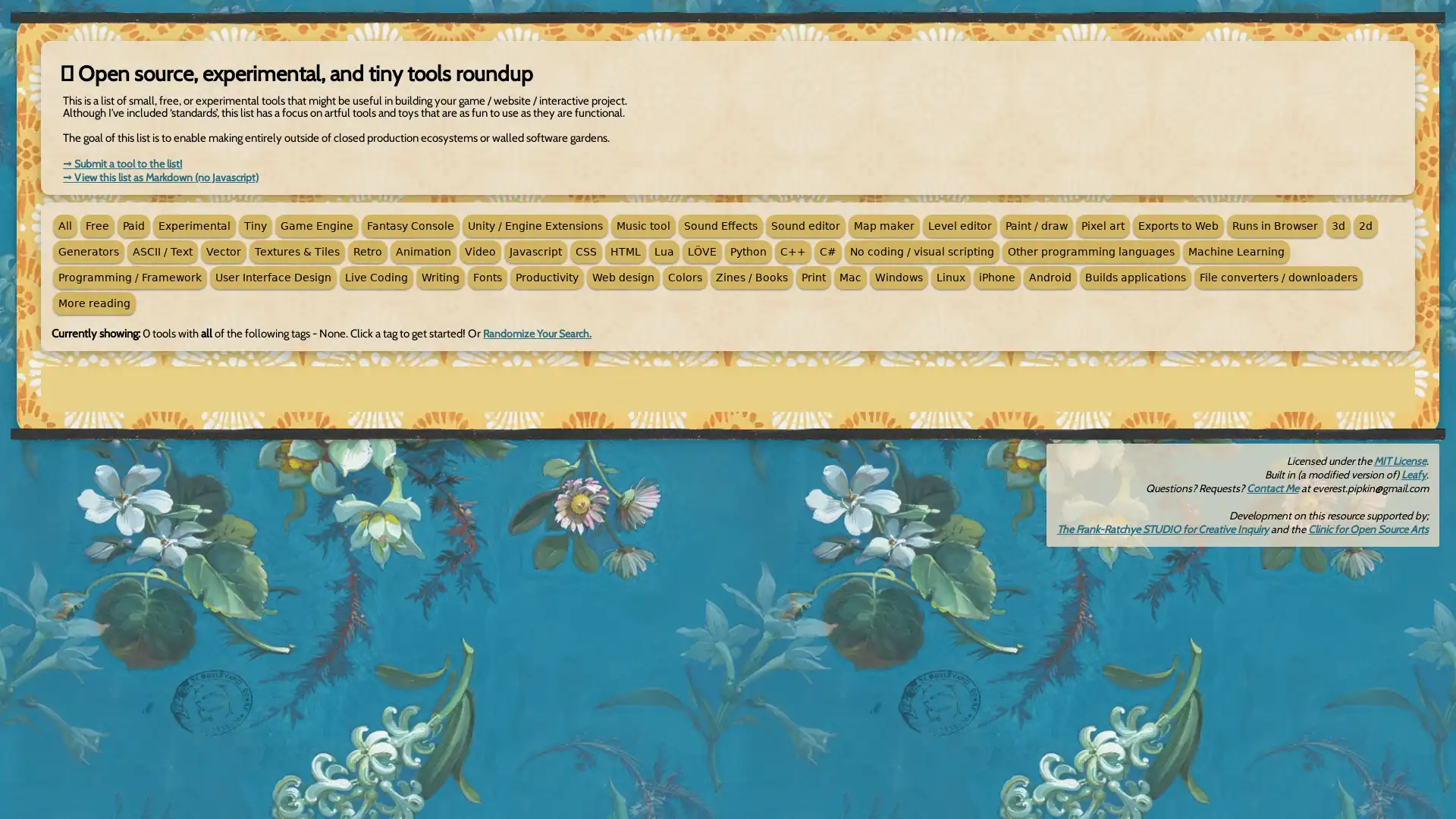 The image size is (1456, 819). I want to click on HTML, so click(626, 250).